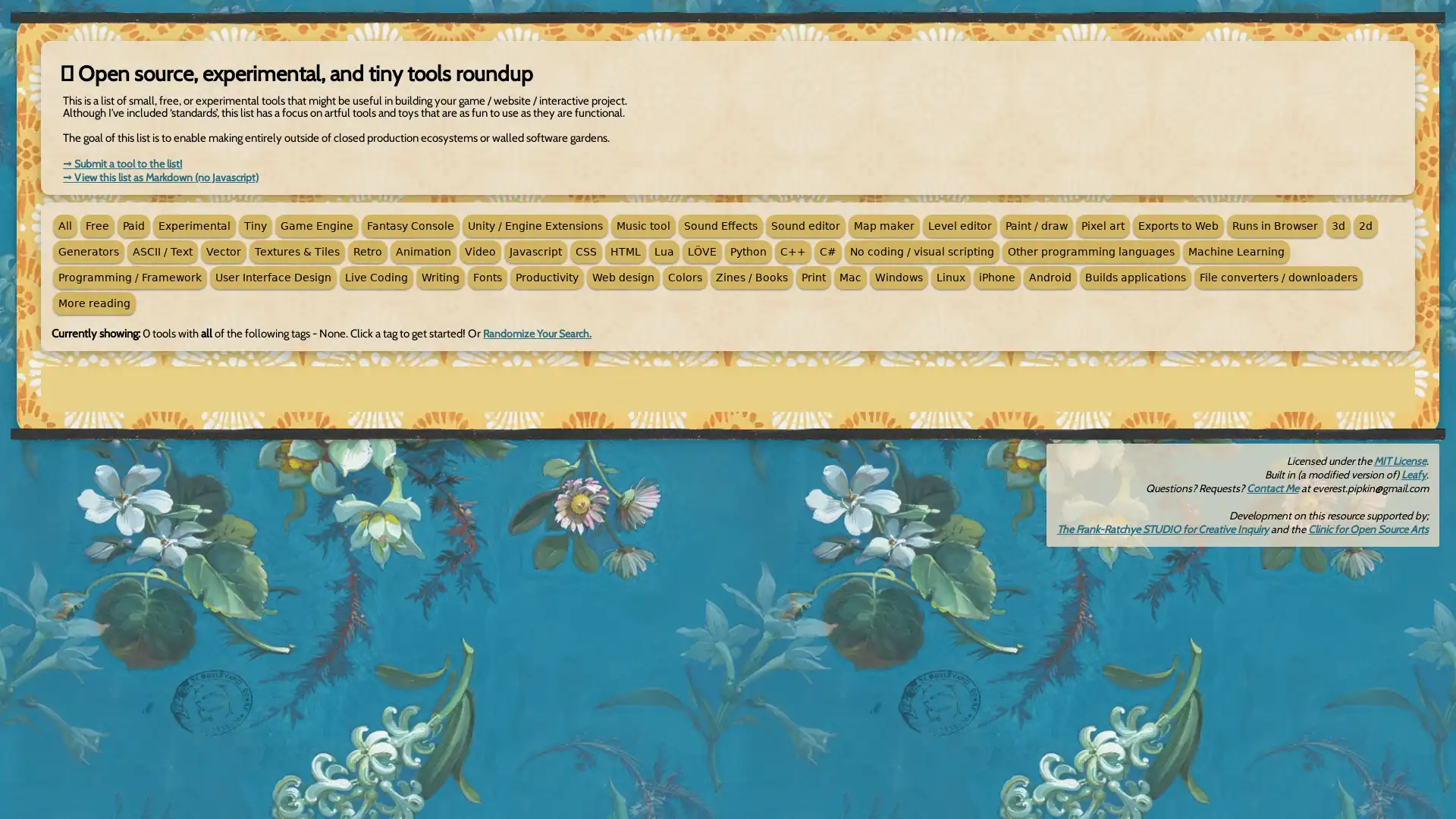 The image size is (1456, 819). I want to click on HTML, so click(626, 250).